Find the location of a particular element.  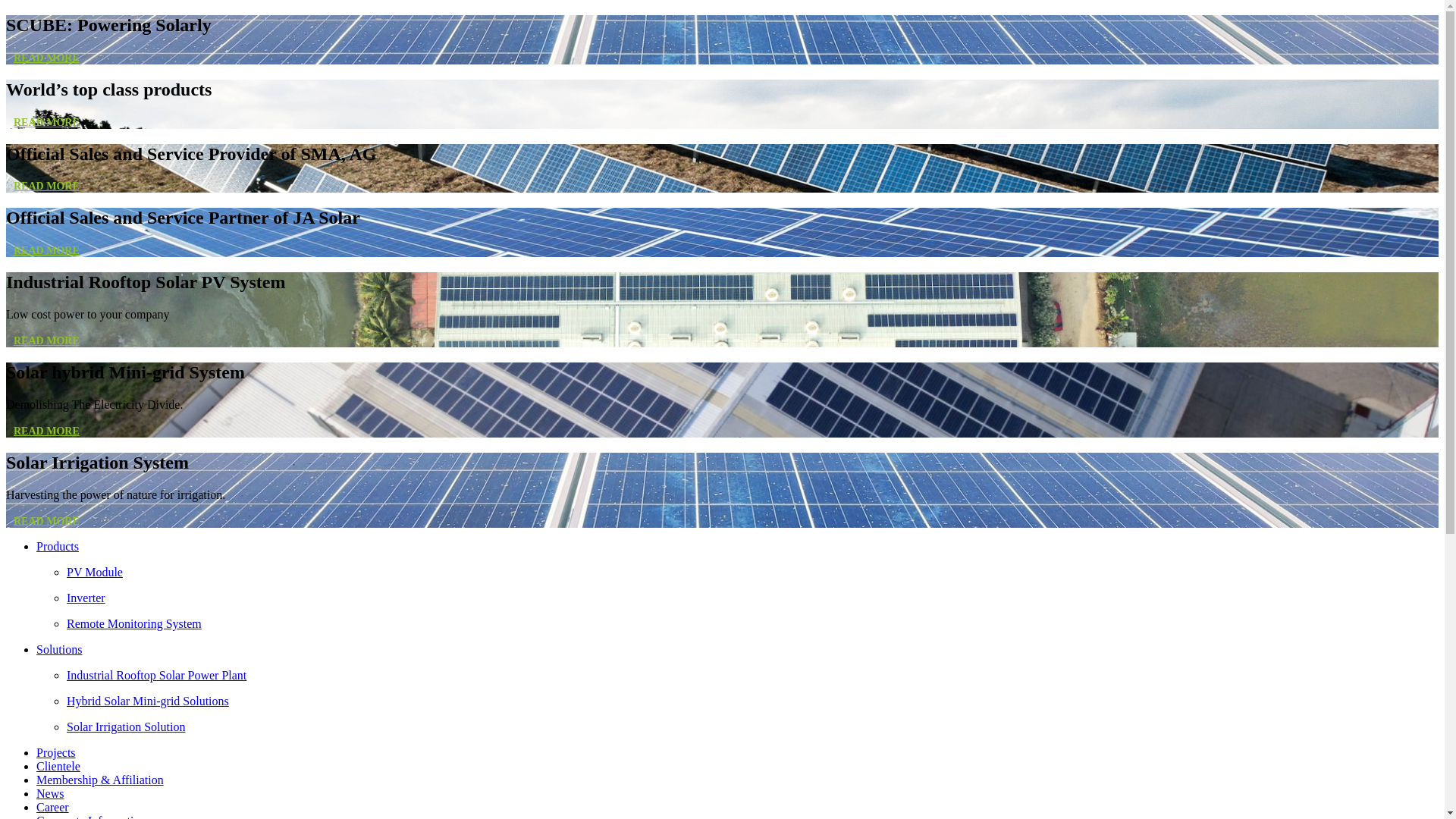

'Solutions' is located at coordinates (58, 648).